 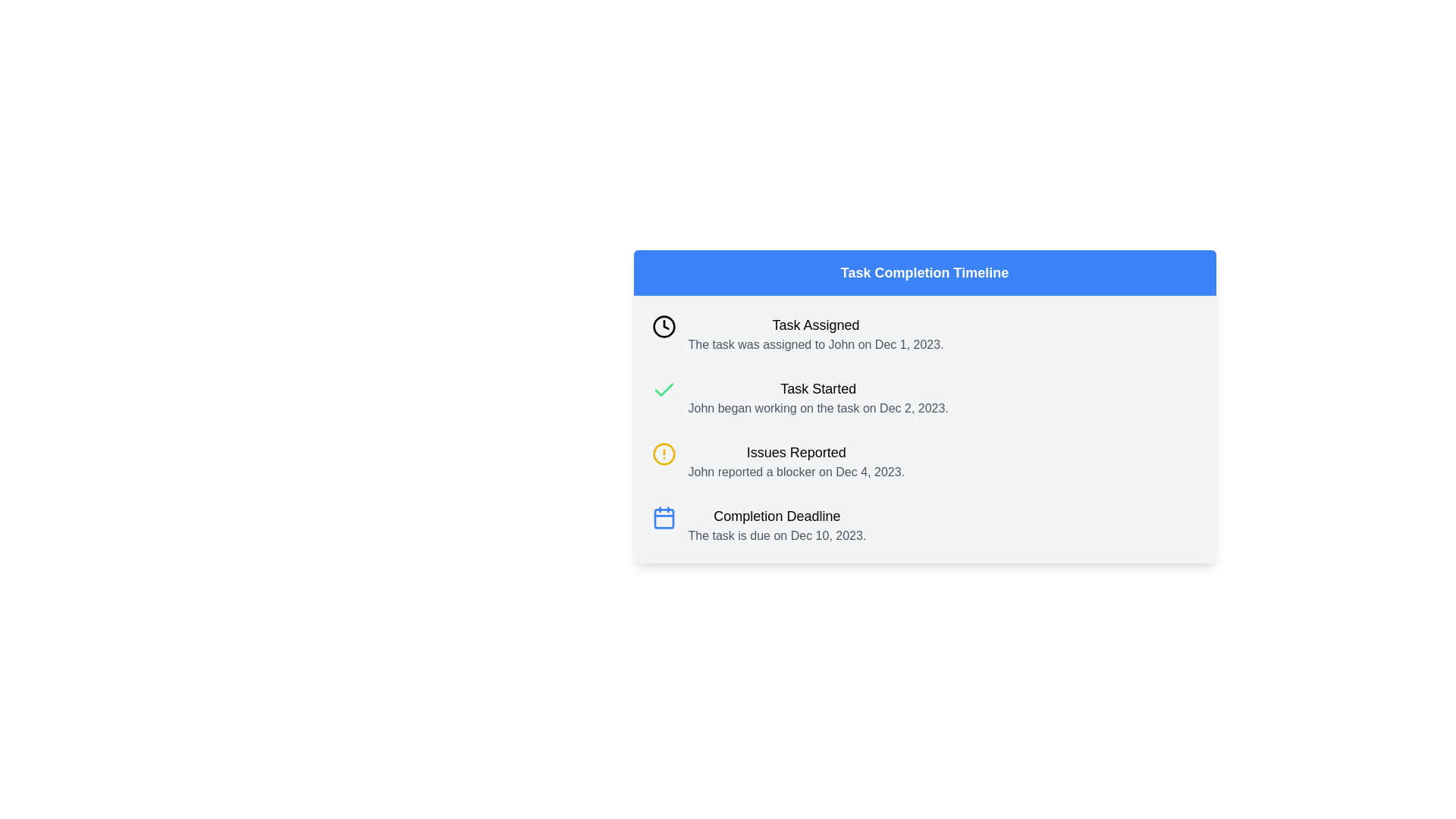 What do you see at coordinates (664, 326) in the screenshot?
I see `the circular clock icon with a black outline in the 'Task Completion Timeline' section, which is left-aligned relative to the text 'Task Assigned'` at bounding box center [664, 326].